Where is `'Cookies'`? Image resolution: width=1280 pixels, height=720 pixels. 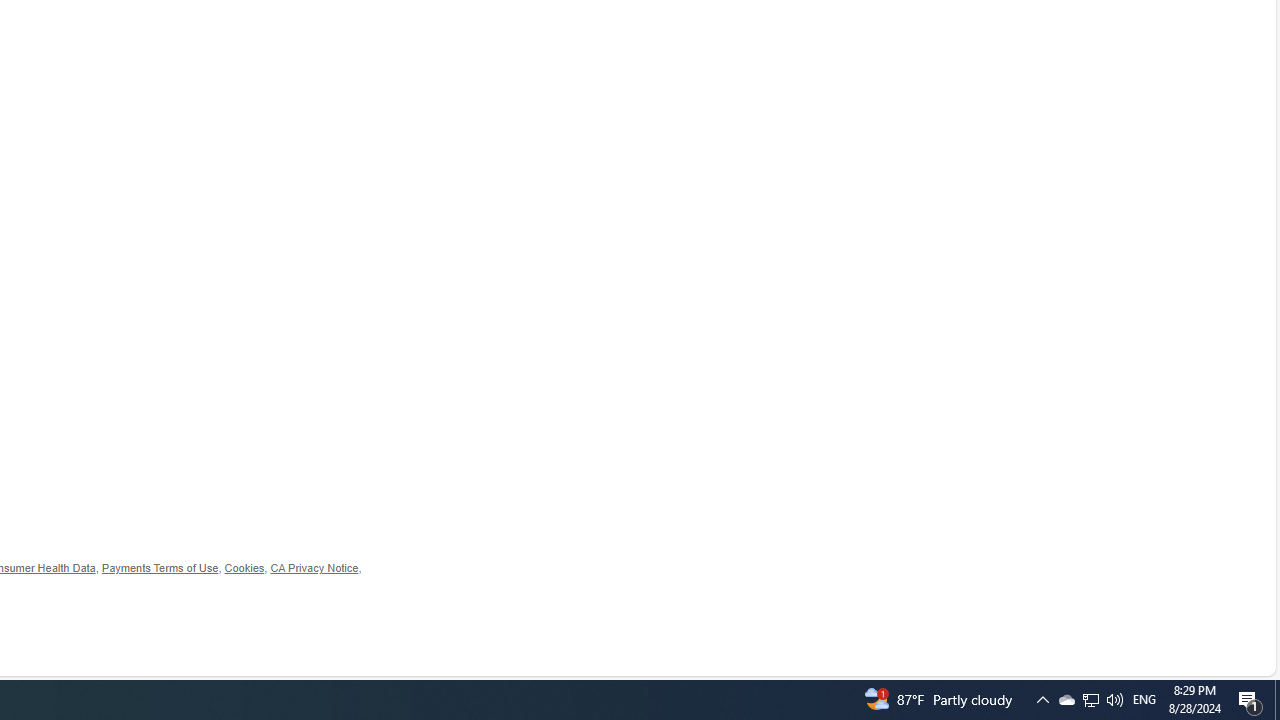
'Cookies' is located at coordinates (243, 568).